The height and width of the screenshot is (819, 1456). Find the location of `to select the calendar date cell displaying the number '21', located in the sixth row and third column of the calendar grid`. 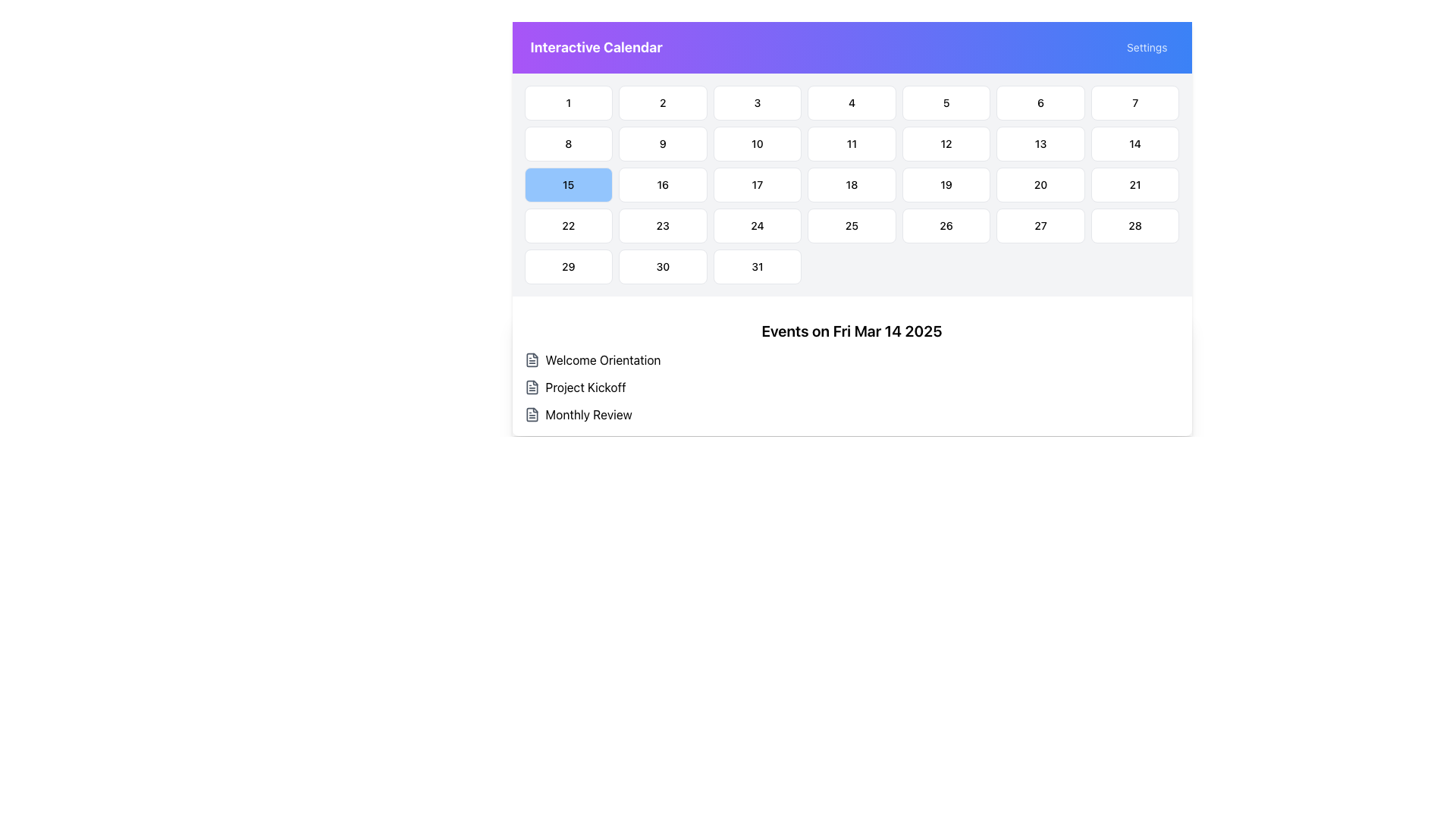

to select the calendar date cell displaying the number '21', located in the sixth row and third column of the calendar grid is located at coordinates (1135, 184).